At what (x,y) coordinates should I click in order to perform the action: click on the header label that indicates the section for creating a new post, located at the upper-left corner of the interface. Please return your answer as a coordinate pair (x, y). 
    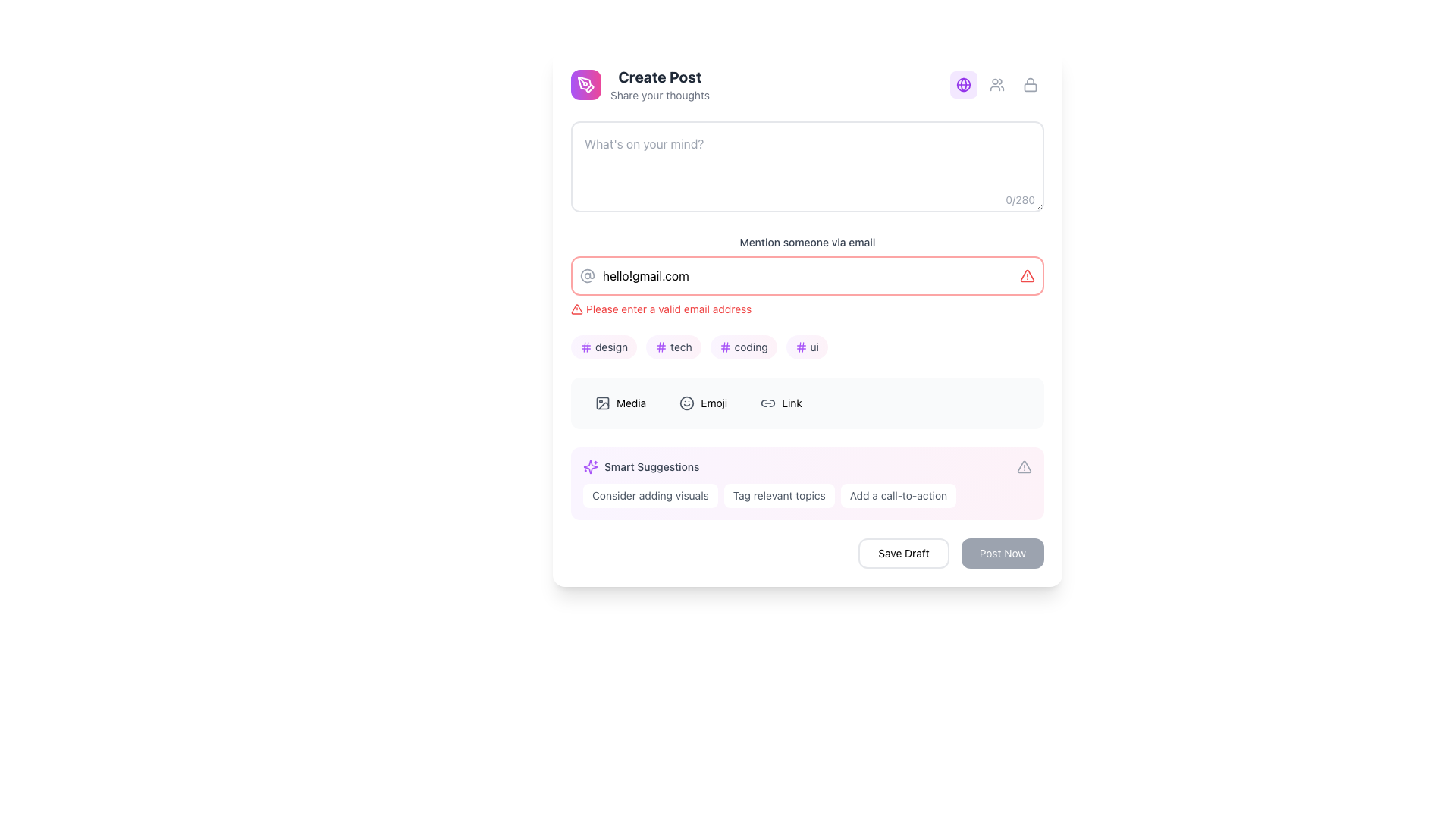
    Looking at the image, I should click on (640, 84).